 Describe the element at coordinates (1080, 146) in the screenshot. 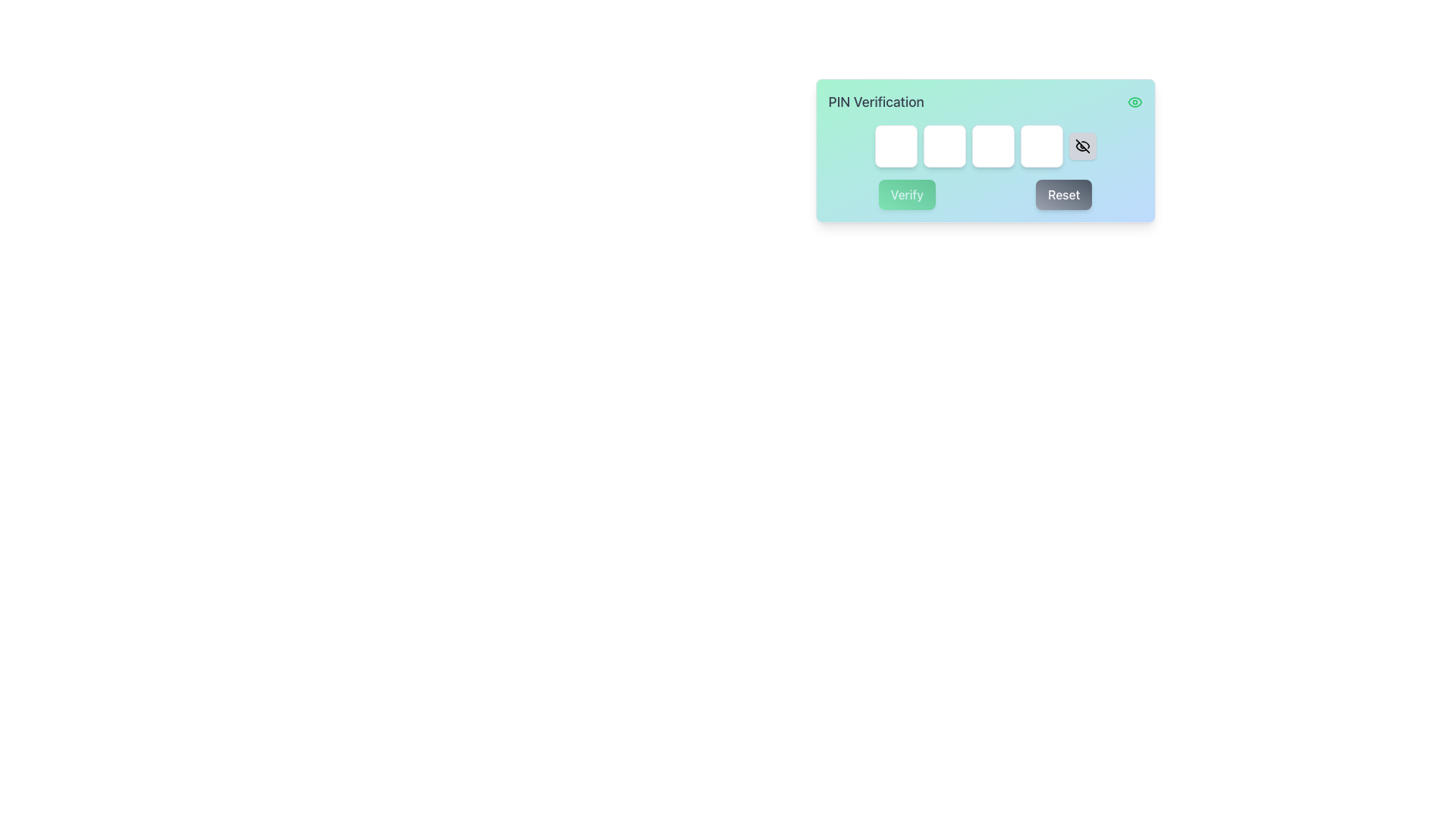

I see `the curved, stylized segment of the arc within the eye icon located in the top-right corner of the PIN Verification panel` at that location.